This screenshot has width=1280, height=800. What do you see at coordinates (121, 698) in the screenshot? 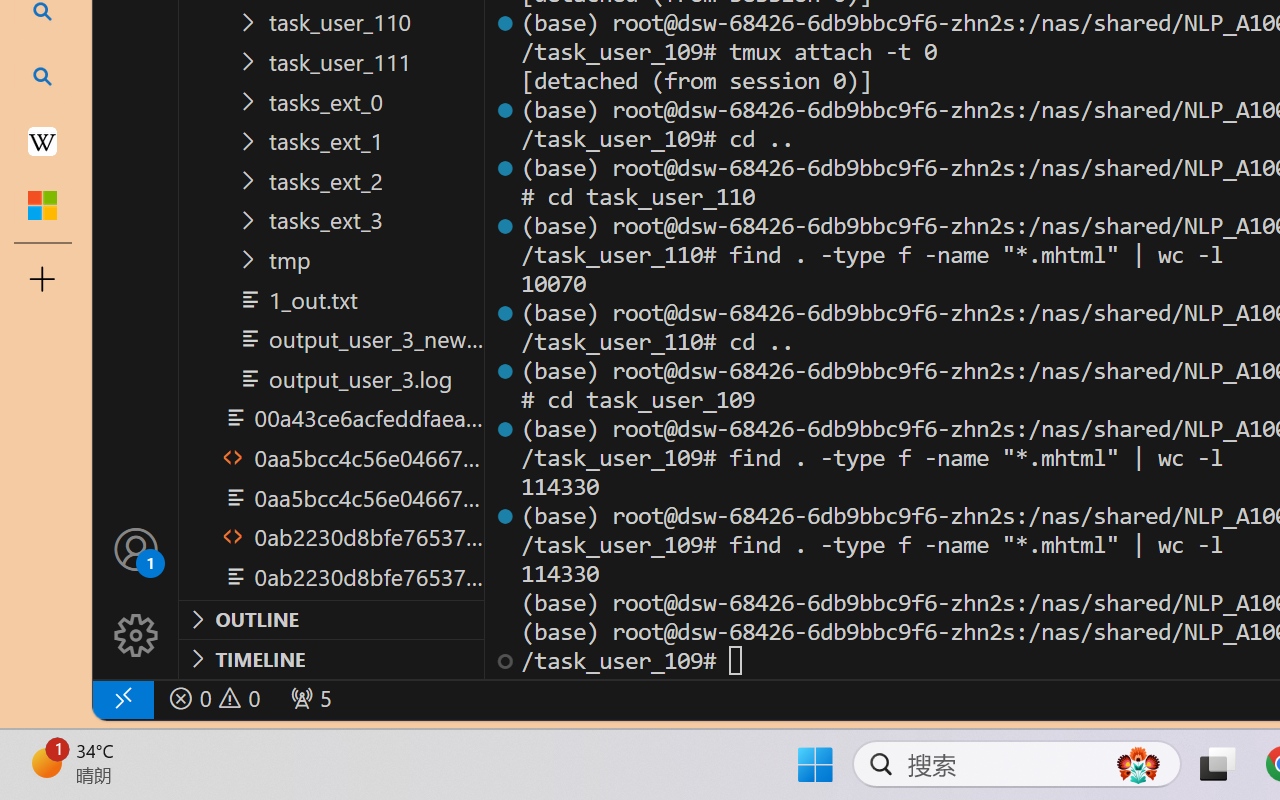
I see `'remote'` at bounding box center [121, 698].